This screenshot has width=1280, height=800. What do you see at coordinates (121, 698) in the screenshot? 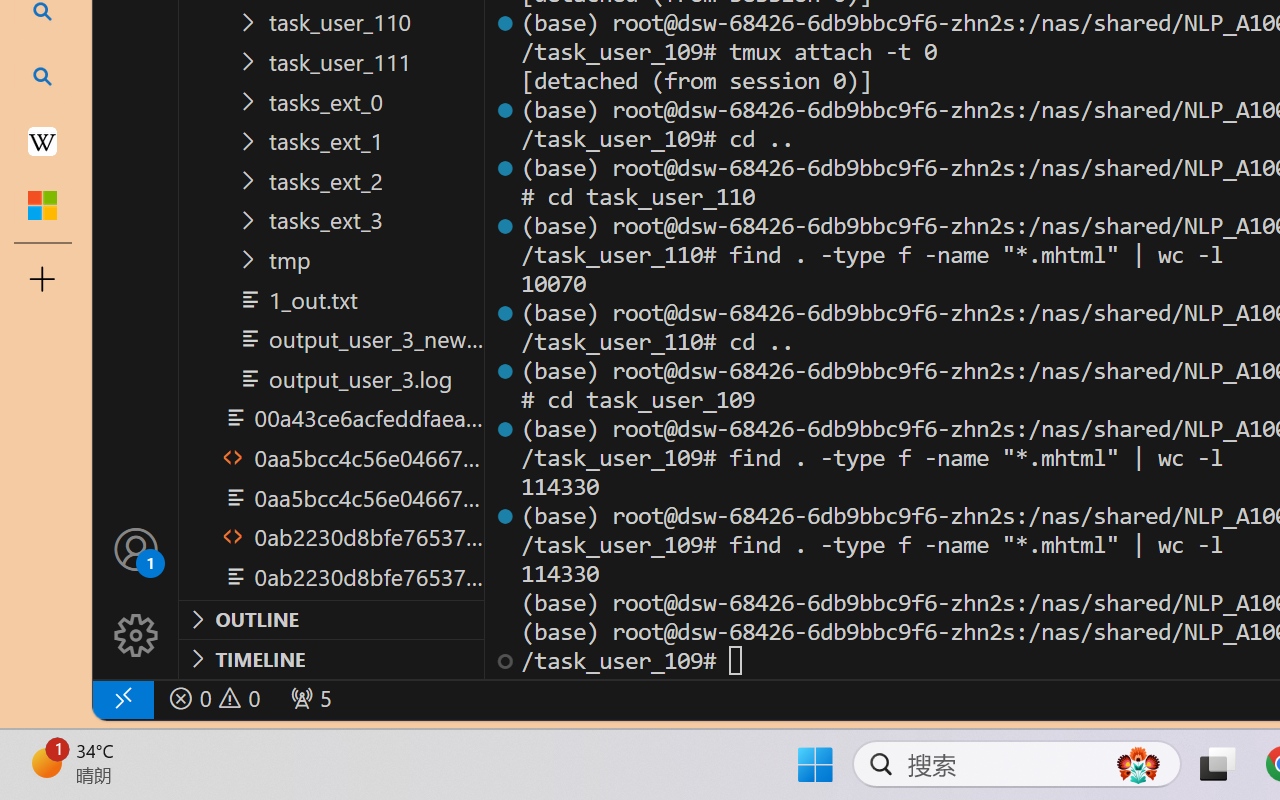
I see `'remote'` at bounding box center [121, 698].